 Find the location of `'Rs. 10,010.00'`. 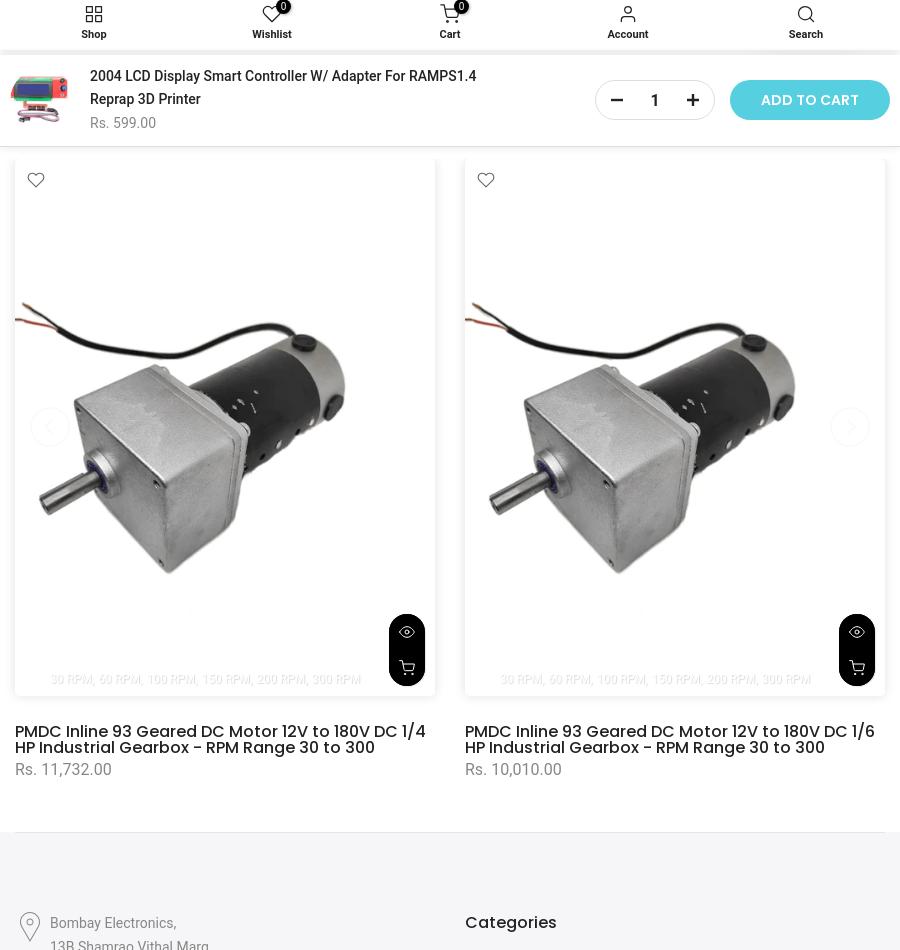

'Rs. 10,010.00' is located at coordinates (512, 767).